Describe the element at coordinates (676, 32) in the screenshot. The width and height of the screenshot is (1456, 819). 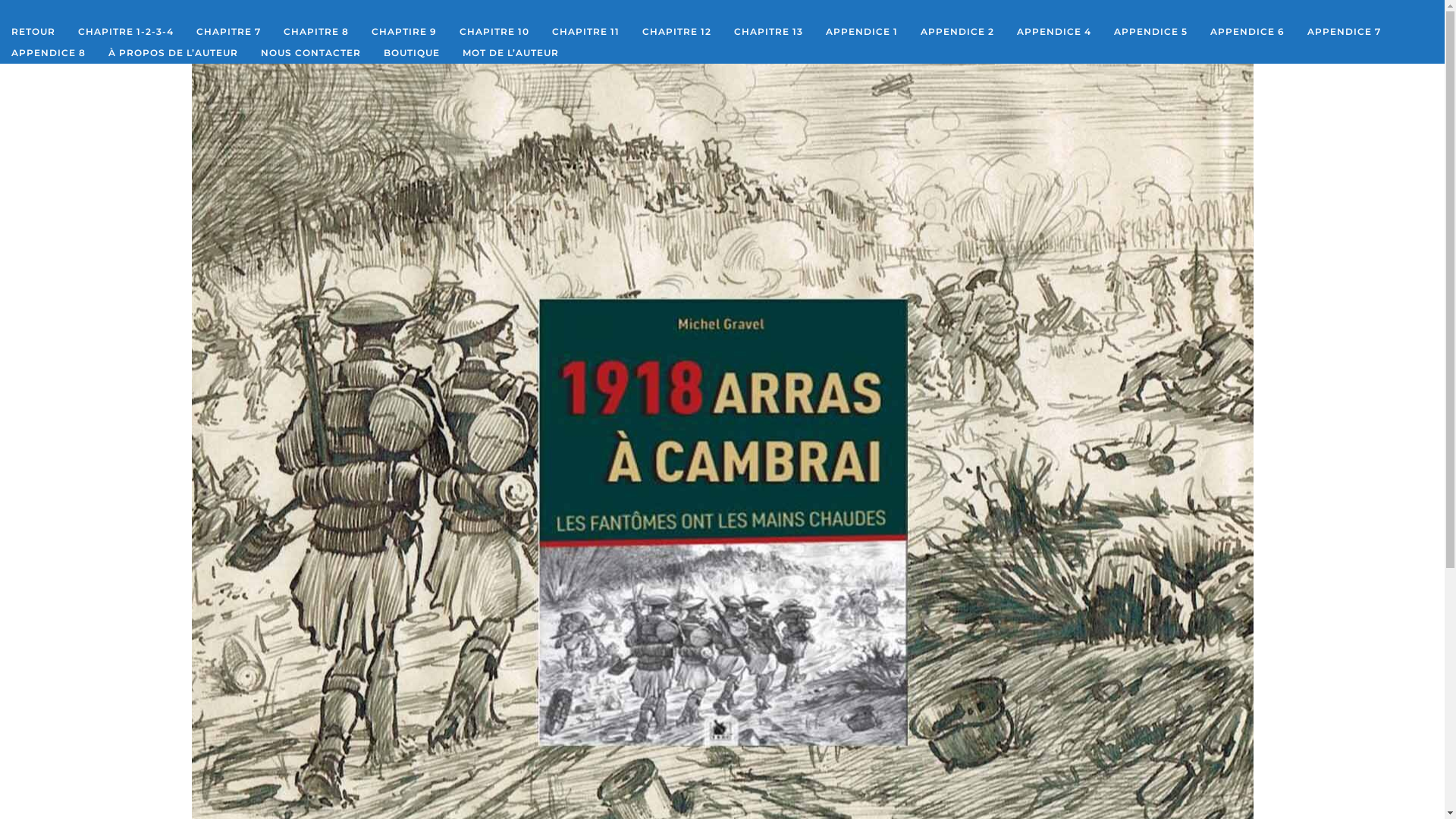
I see `'CHAPITRE 12'` at that location.